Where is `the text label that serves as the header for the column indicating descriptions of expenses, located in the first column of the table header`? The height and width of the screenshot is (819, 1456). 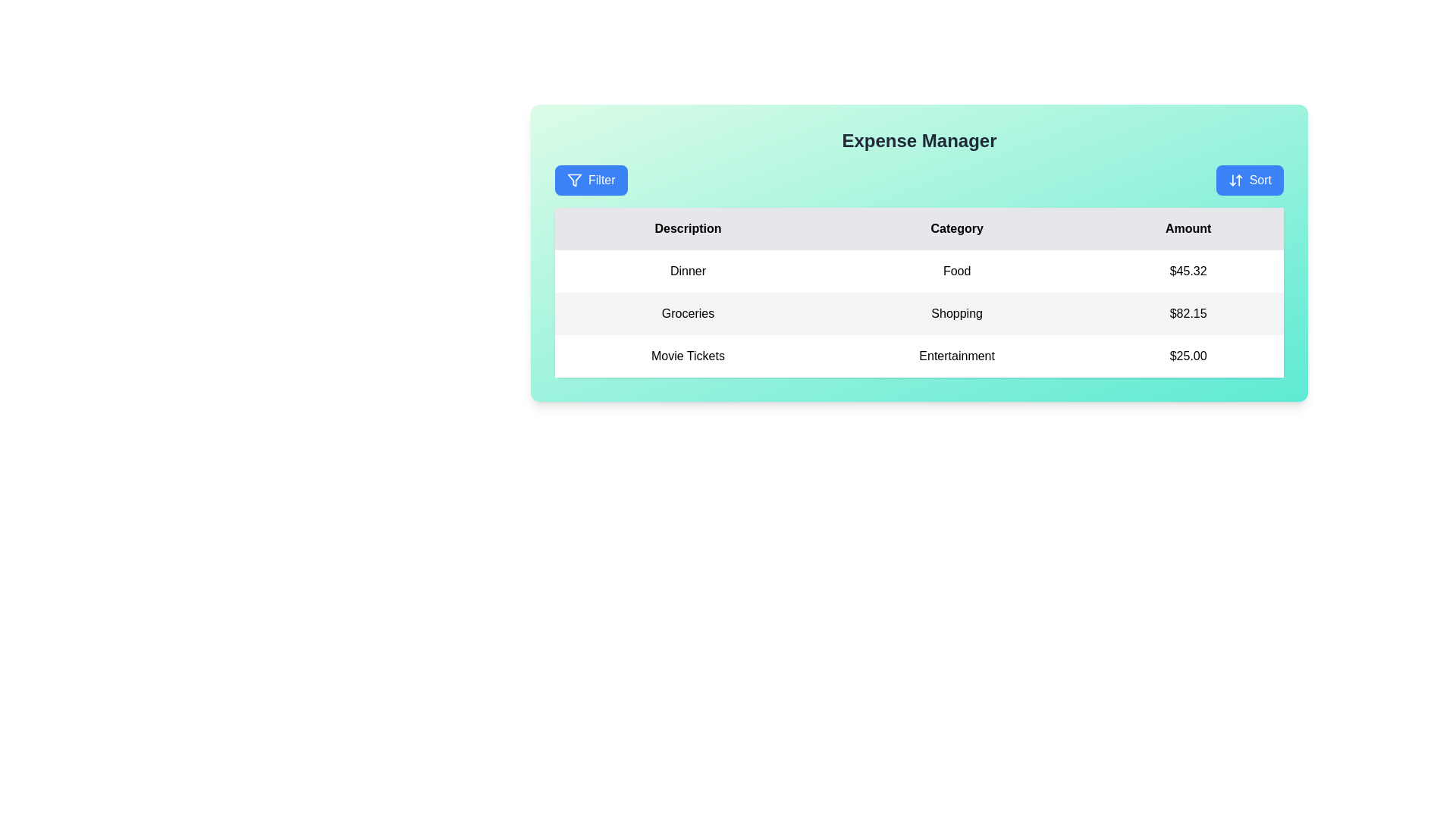
the text label that serves as the header for the column indicating descriptions of expenses, located in the first column of the table header is located at coordinates (687, 228).